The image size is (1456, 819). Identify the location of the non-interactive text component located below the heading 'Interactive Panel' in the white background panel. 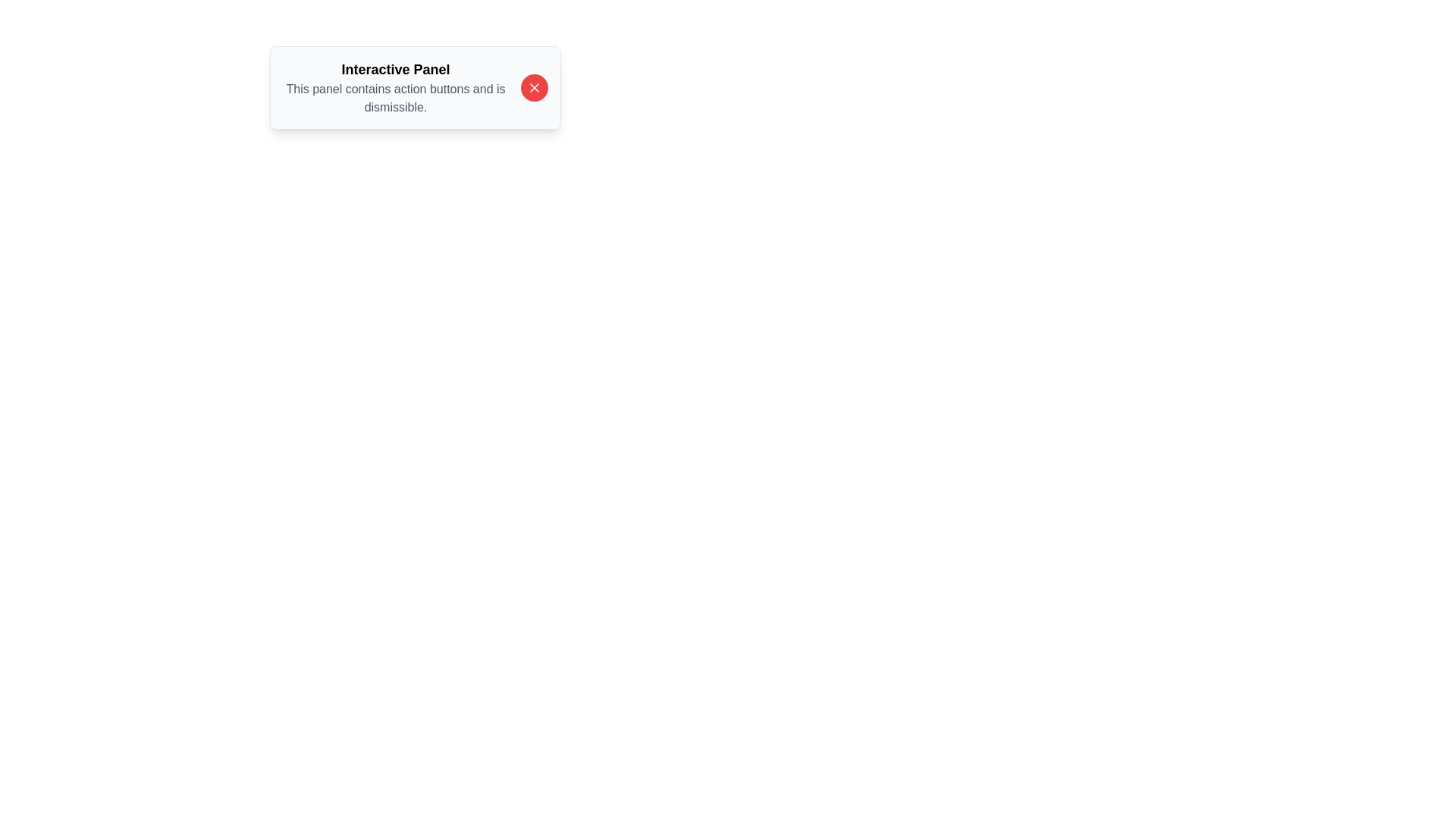
(396, 99).